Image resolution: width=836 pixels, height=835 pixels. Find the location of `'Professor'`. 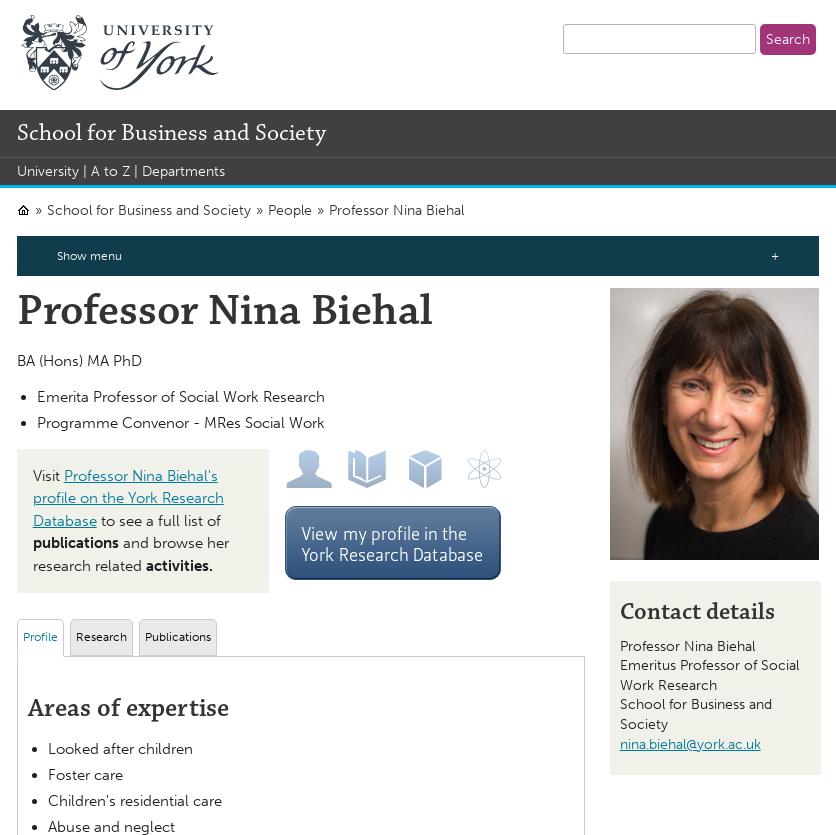

'Professor' is located at coordinates (617, 644).